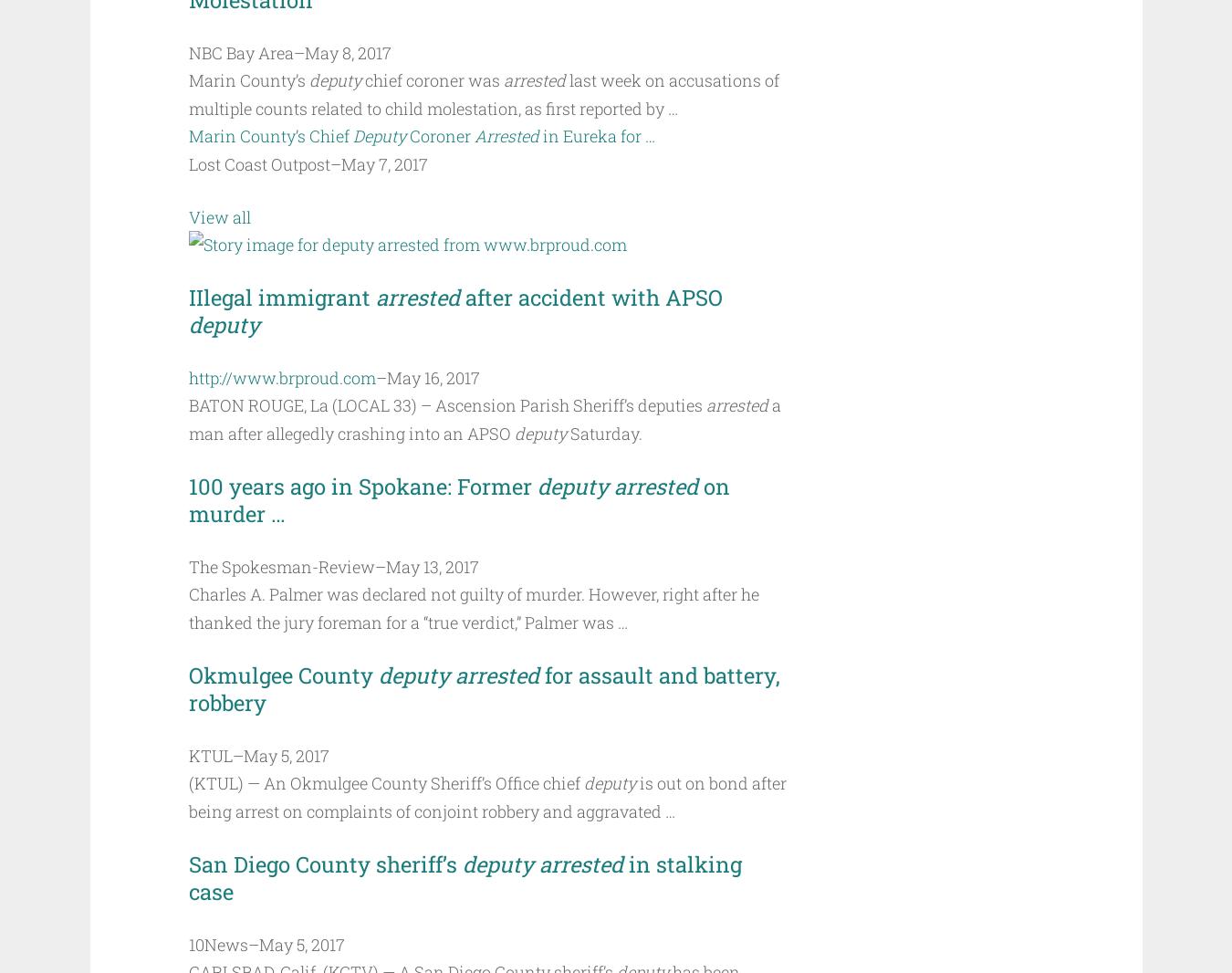  What do you see at coordinates (280, 376) in the screenshot?
I see `'http://www.brproud.com'` at bounding box center [280, 376].